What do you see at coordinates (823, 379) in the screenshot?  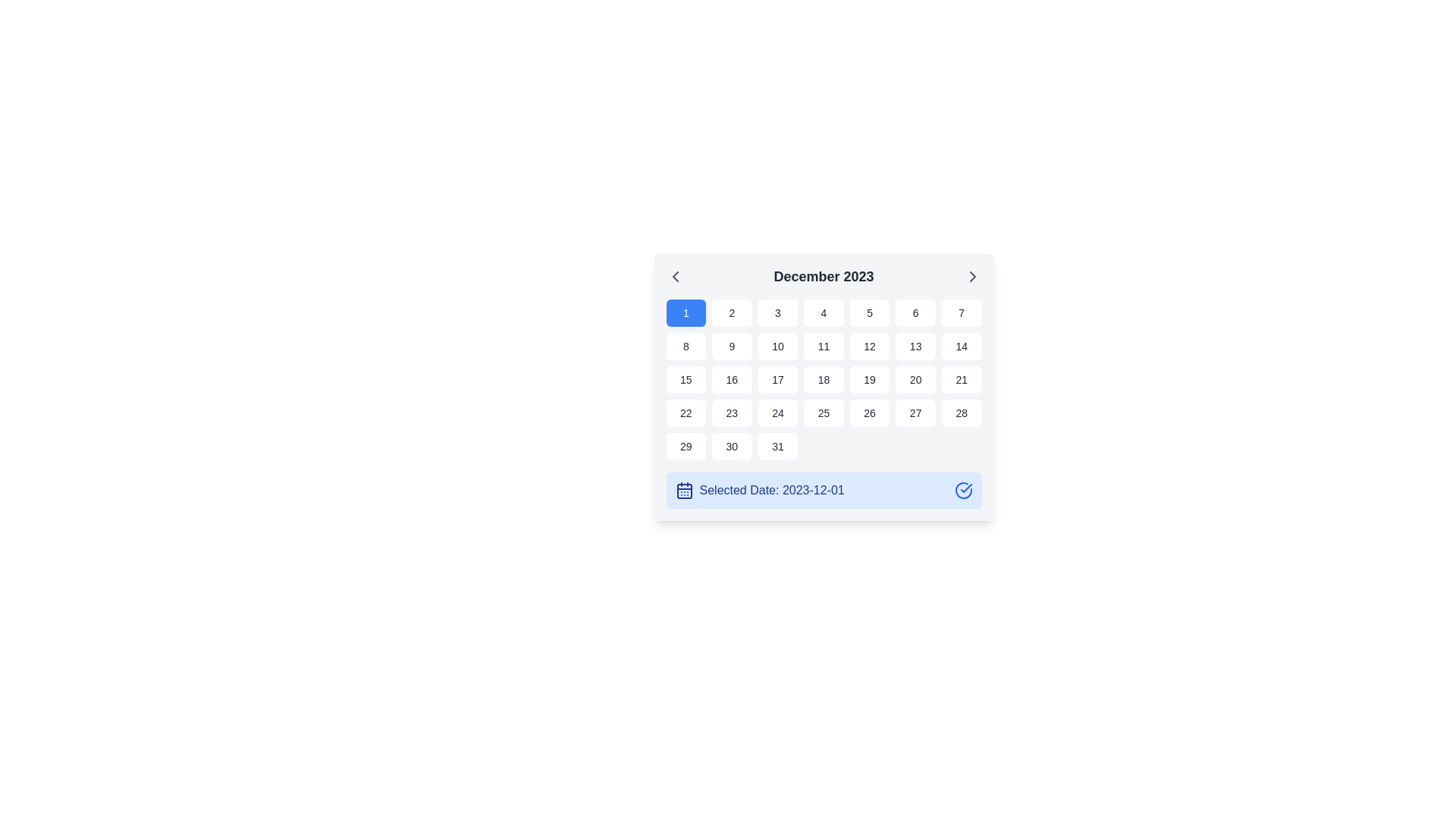 I see `the button displaying the number '18' located in the fourth row and fourth column of the calendar grid` at bounding box center [823, 379].